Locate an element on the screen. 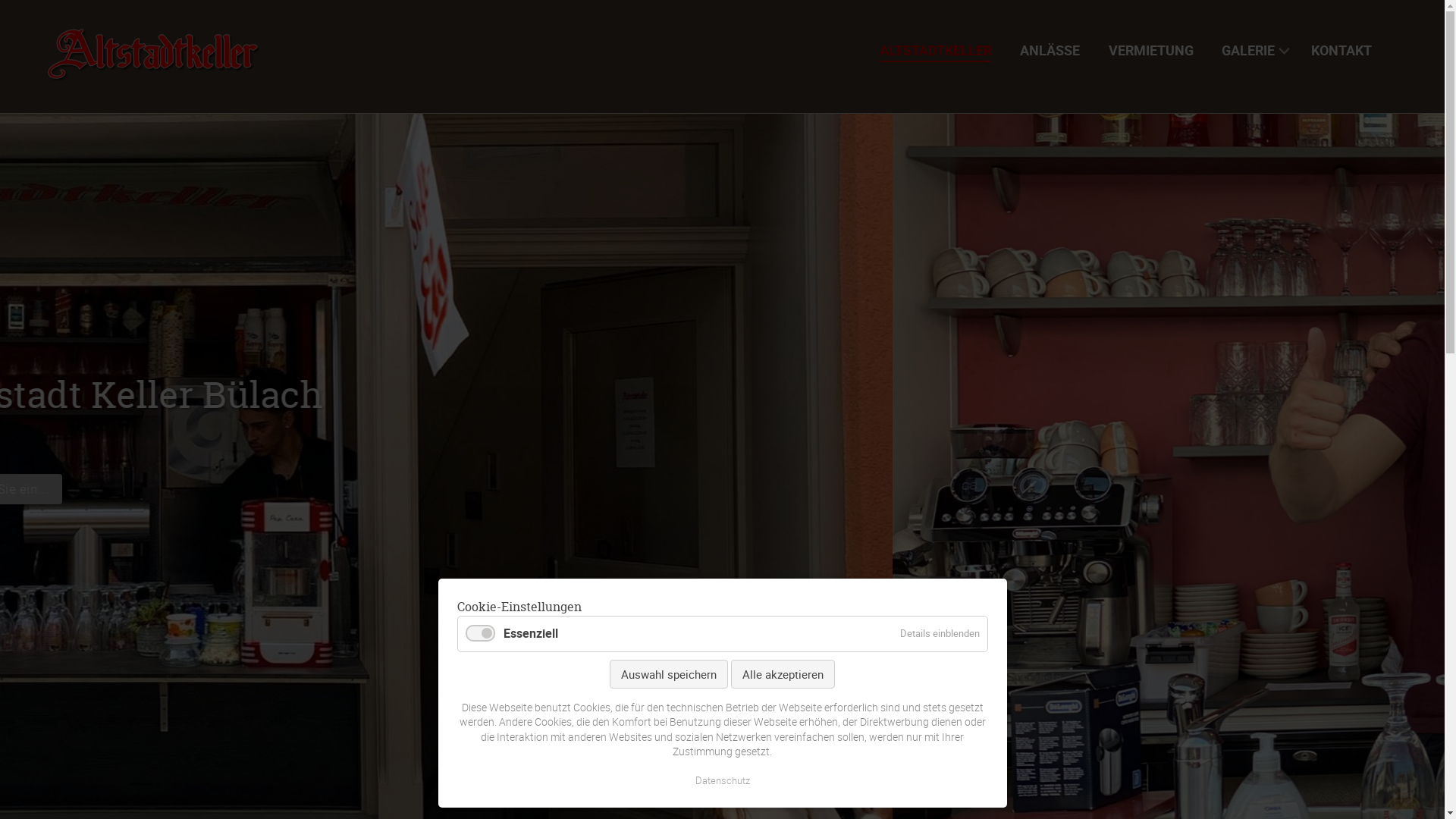 This screenshot has height=819, width=1456. 'ALTSTADTKELLER' is located at coordinates (940, 49).